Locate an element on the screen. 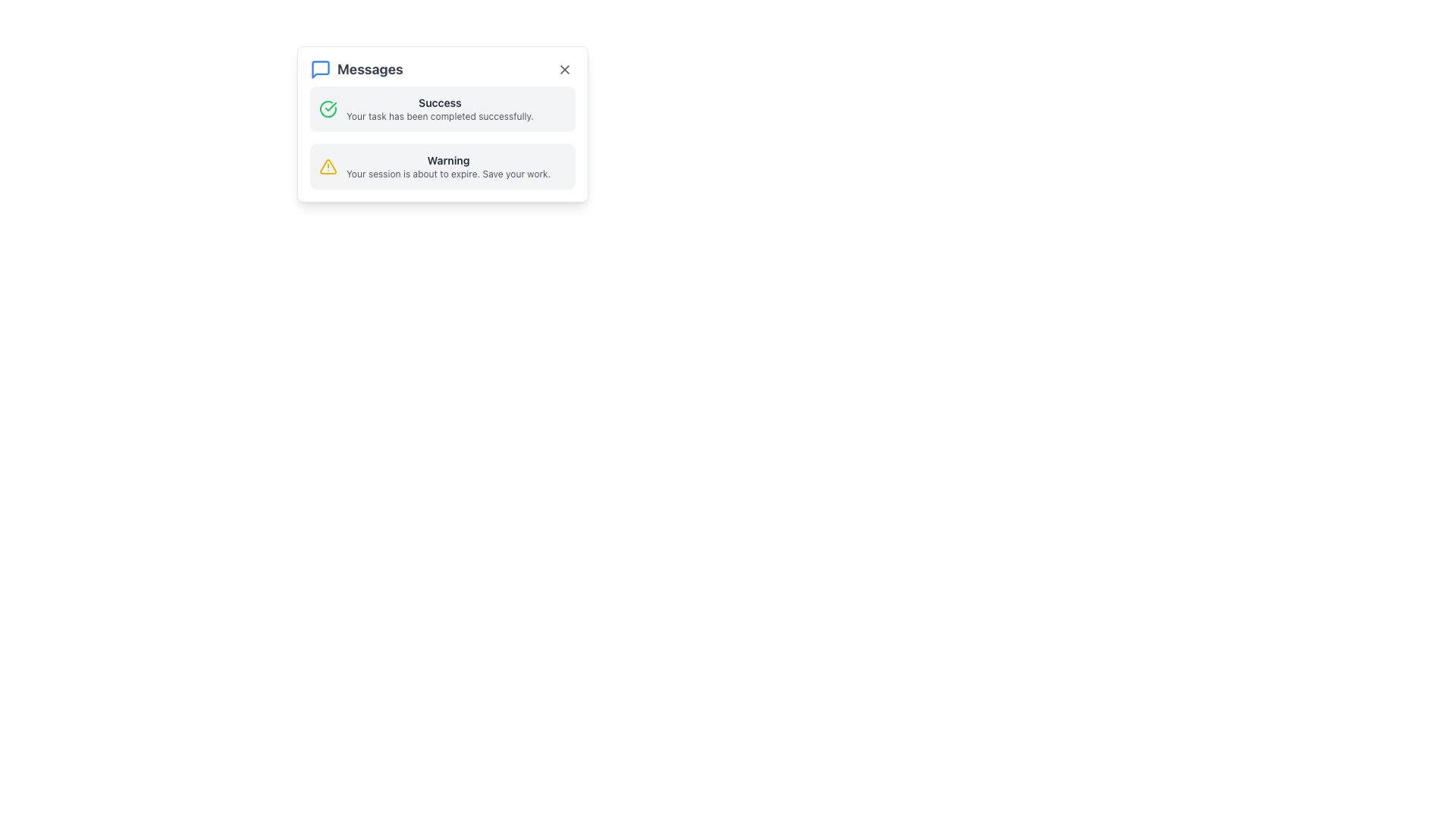 The image size is (1456, 819). the warning icon is located at coordinates (327, 166).